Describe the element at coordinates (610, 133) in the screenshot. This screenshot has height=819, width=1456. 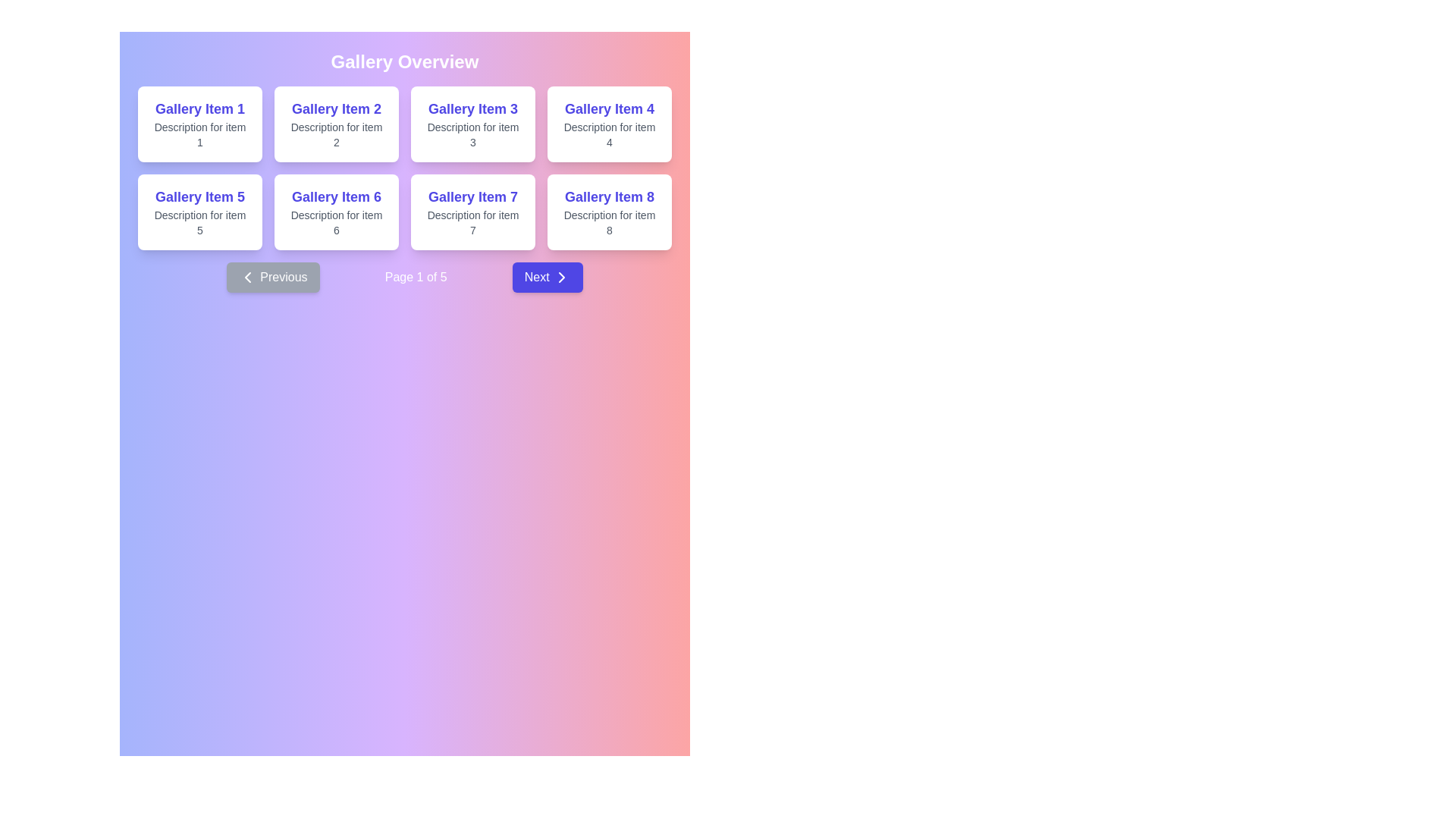
I see `the Text Label displaying 'Description for item 4', which is located below the title 'Gallery Item 4' in the fourth card of the gallery` at that location.